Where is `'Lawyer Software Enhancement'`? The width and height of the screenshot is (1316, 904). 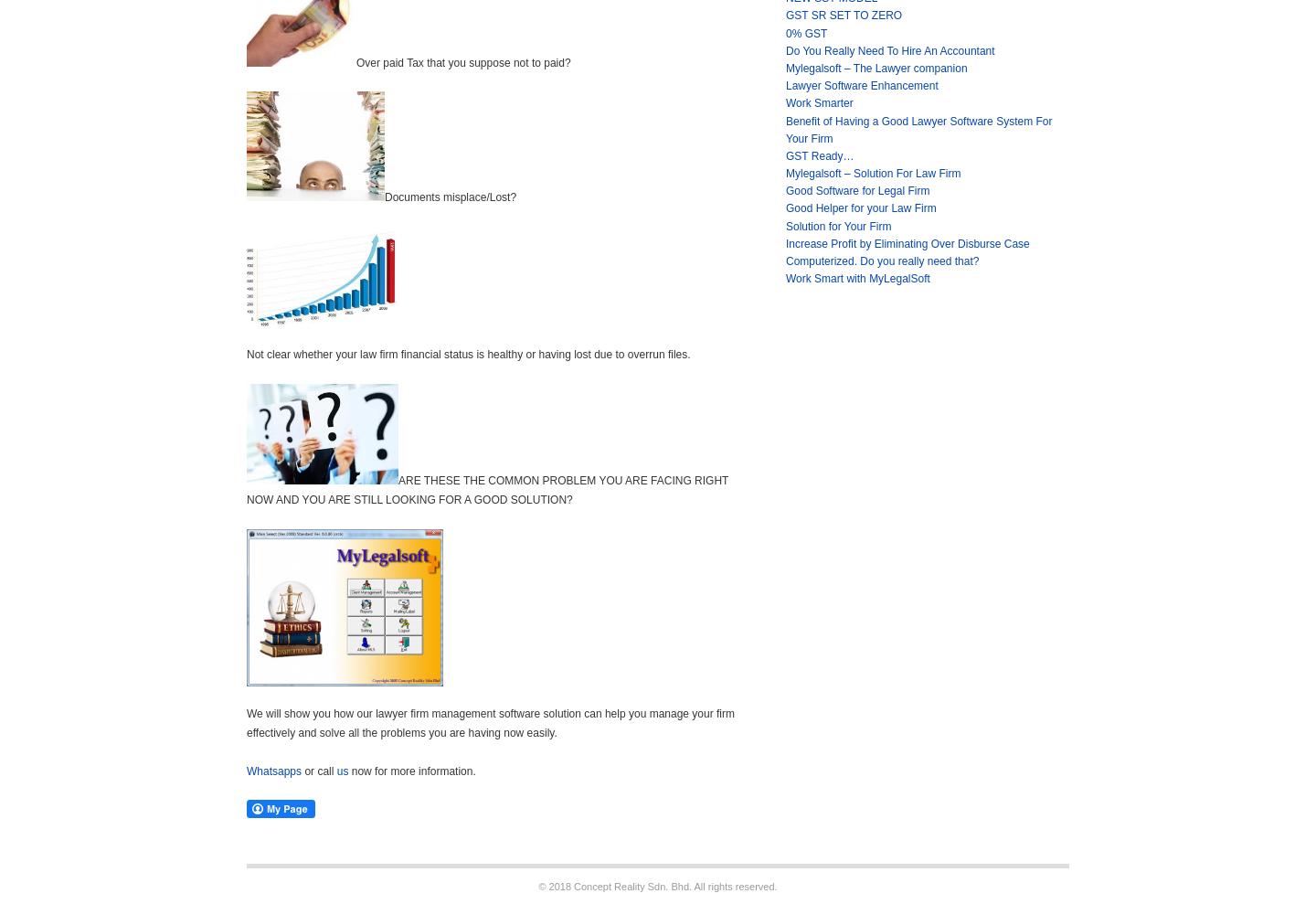
'Lawyer Software Enhancement' is located at coordinates (862, 85).